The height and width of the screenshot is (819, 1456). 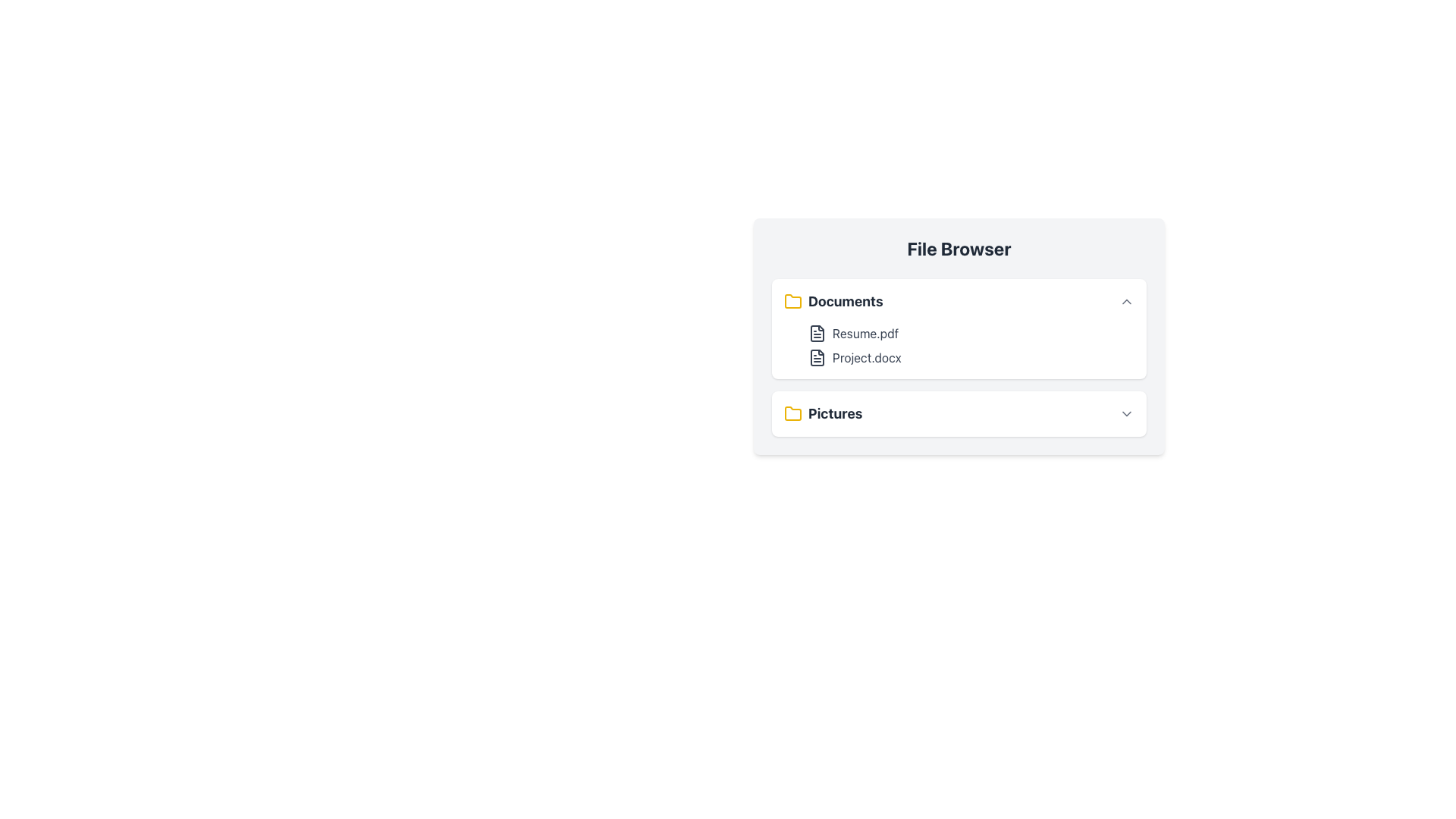 I want to click on on the 'Pictures' folder item, which features a yellow folder icon and bold dark gray text, located in the File Browser list as the second item, so click(x=822, y=414).